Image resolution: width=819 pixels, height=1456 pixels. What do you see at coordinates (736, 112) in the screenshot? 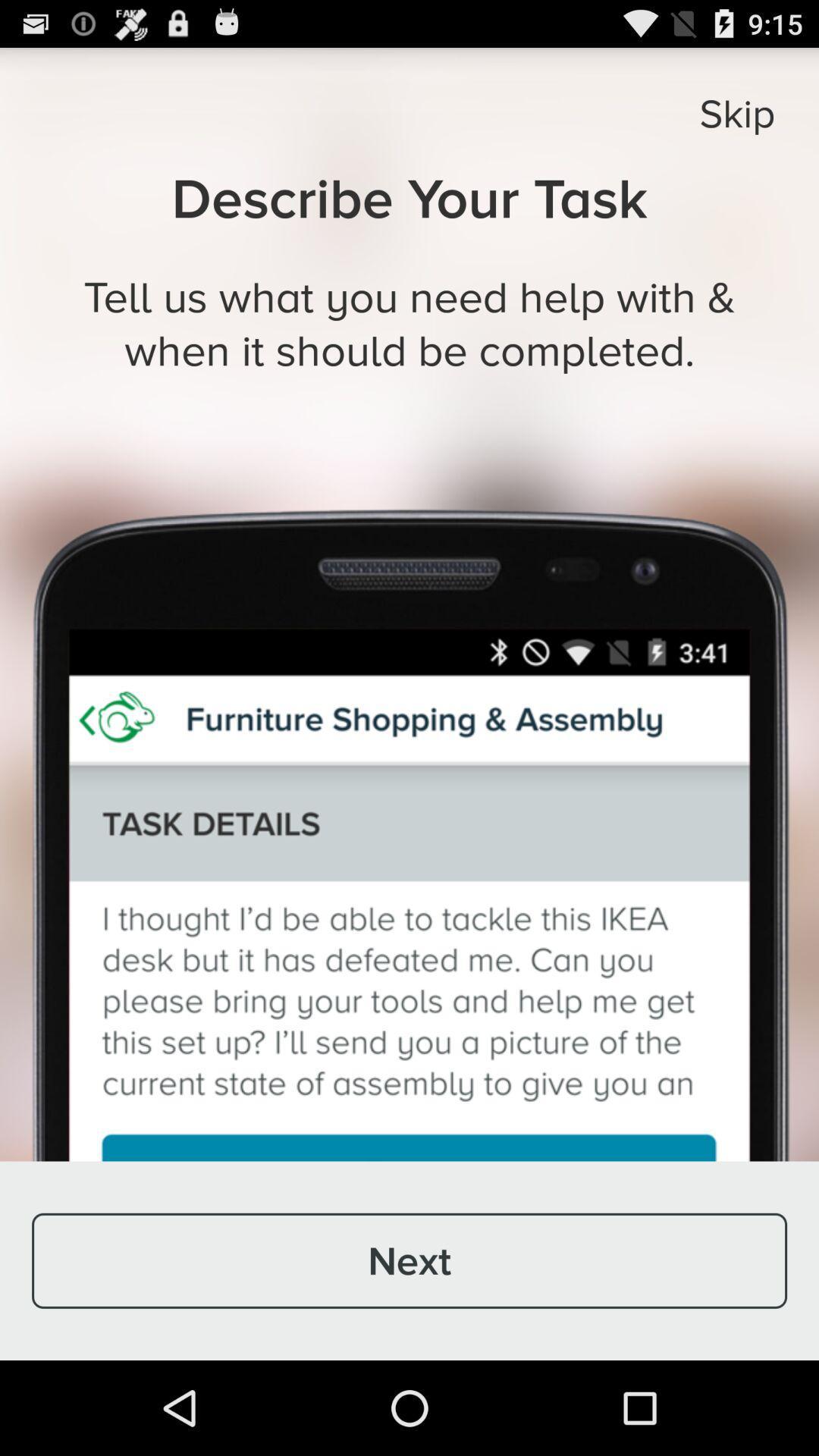
I see `skip` at bounding box center [736, 112].